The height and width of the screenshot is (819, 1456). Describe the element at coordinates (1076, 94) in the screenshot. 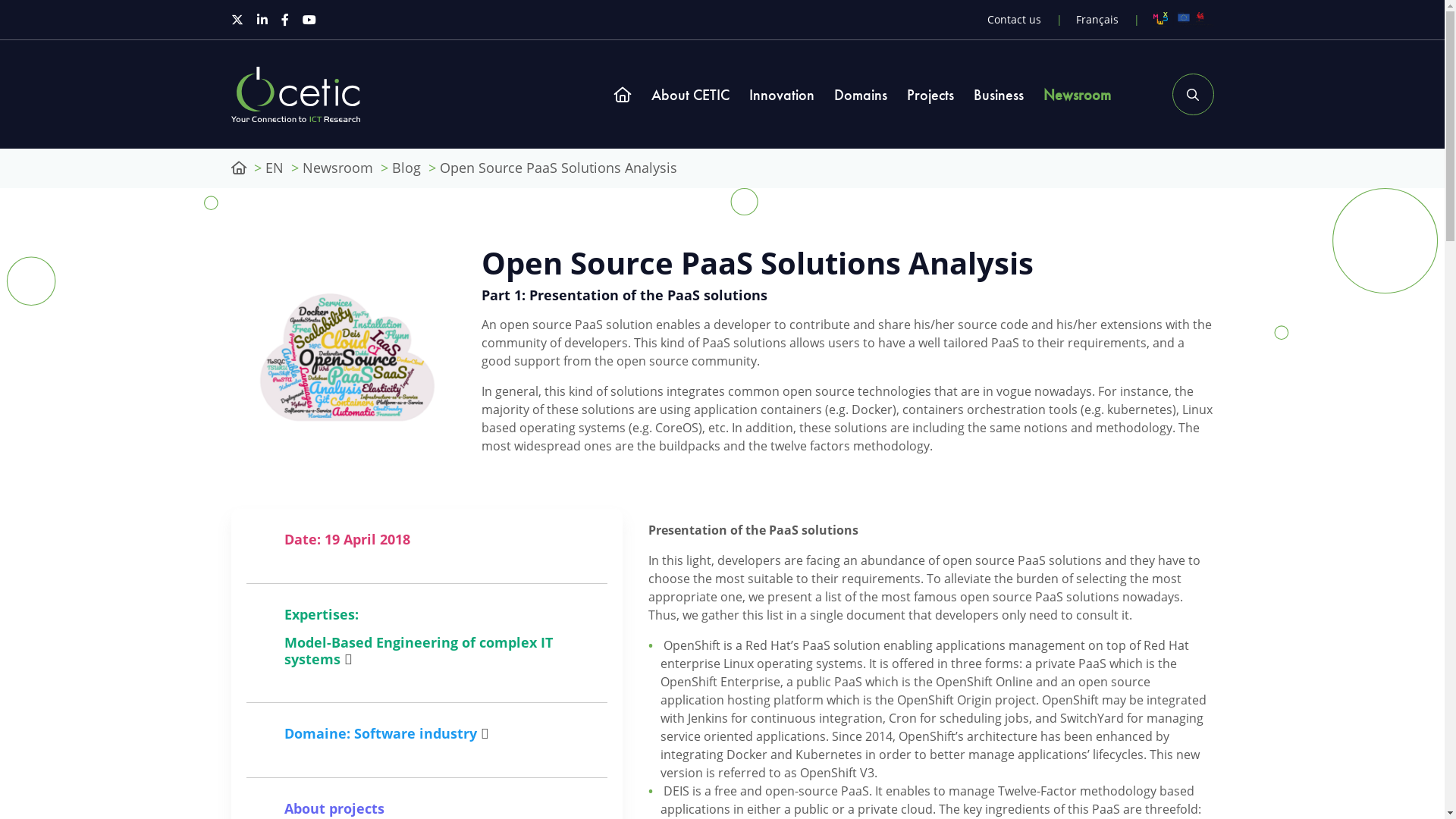

I see `'Newsroom'` at that location.